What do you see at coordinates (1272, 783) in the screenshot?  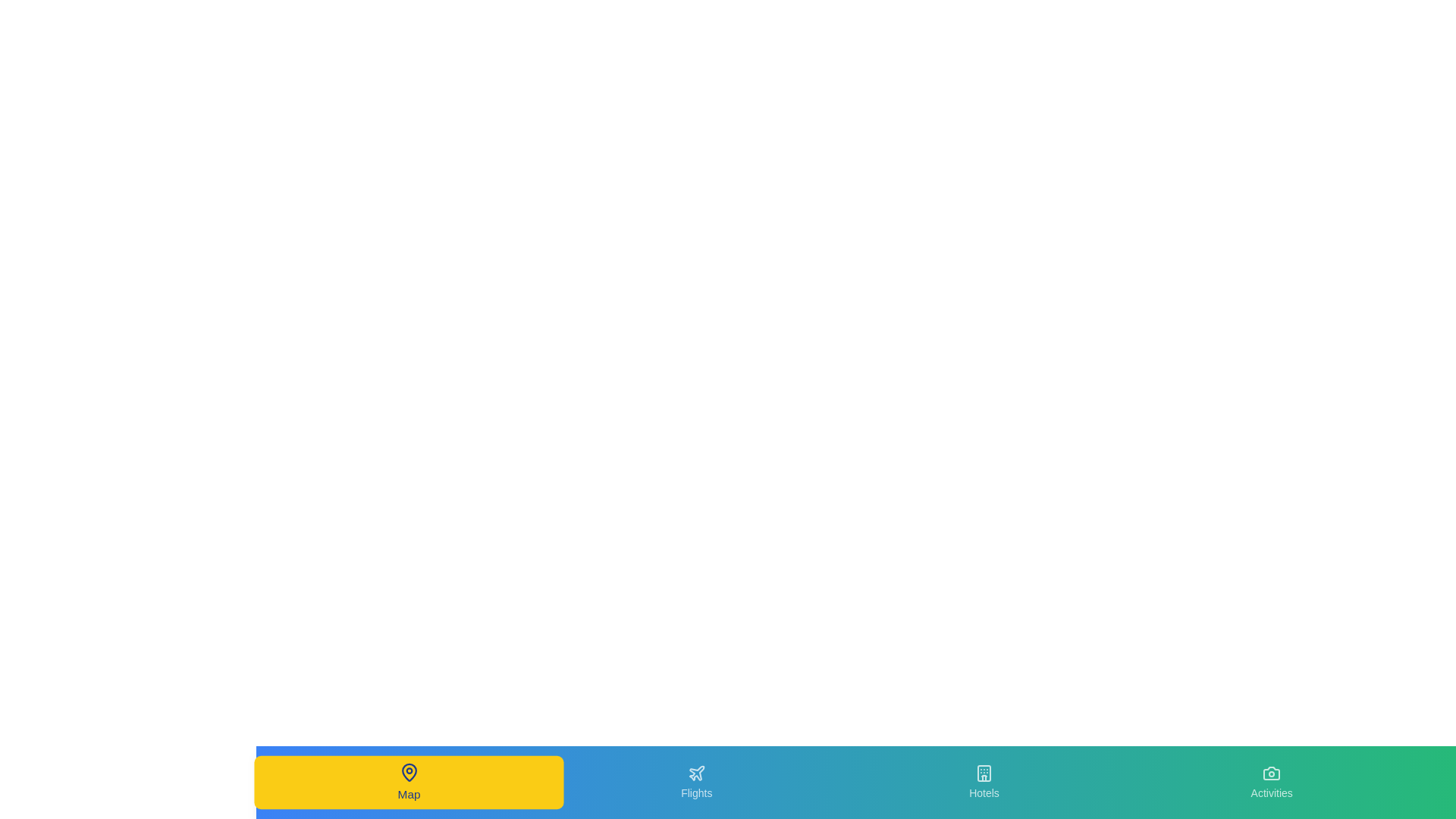 I see `the tab labeled 'Activities' to preview its hover state` at bounding box center [1272, 783].